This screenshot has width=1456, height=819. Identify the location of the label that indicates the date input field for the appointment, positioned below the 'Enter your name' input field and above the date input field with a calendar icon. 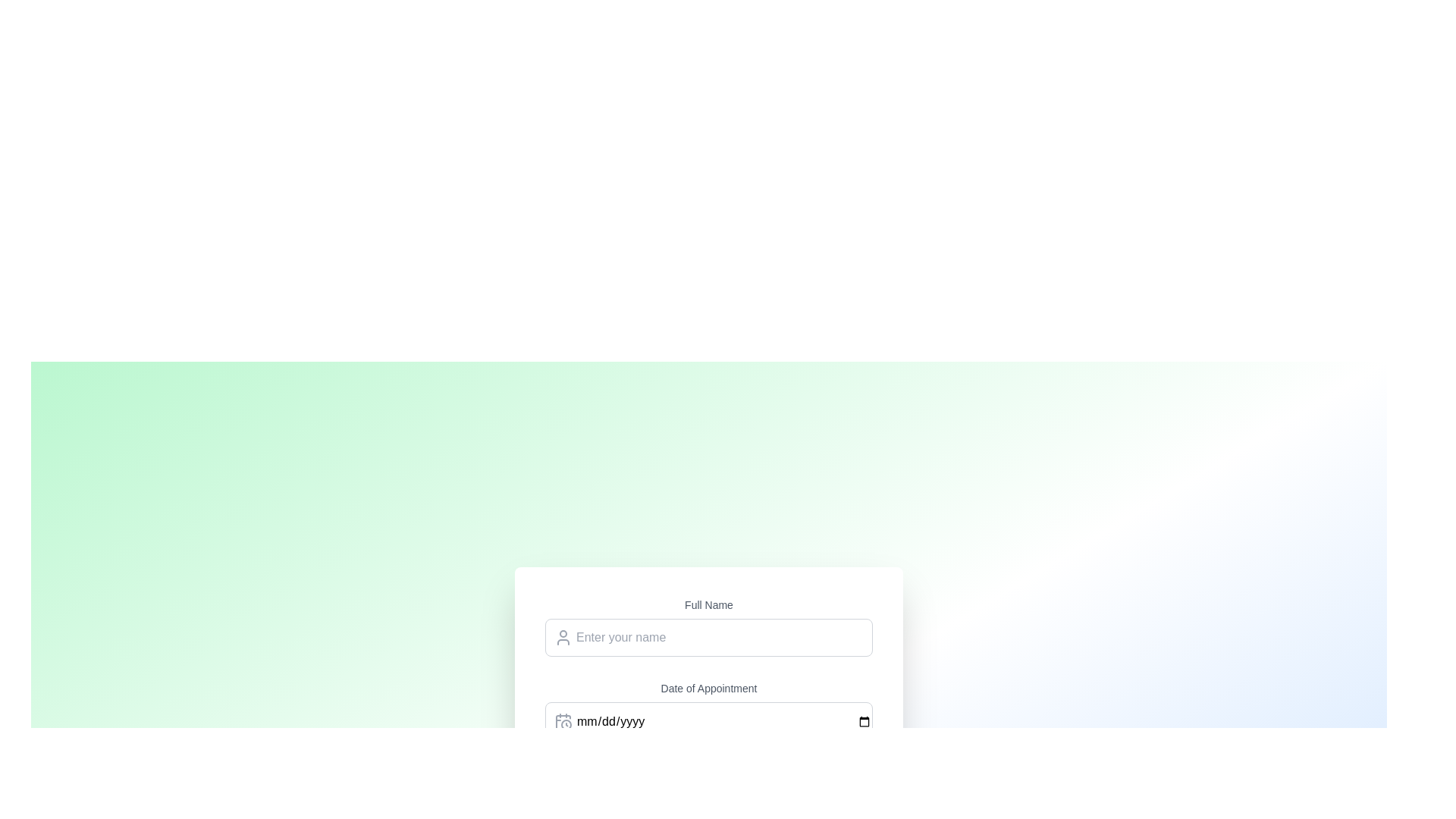
(708, 688).